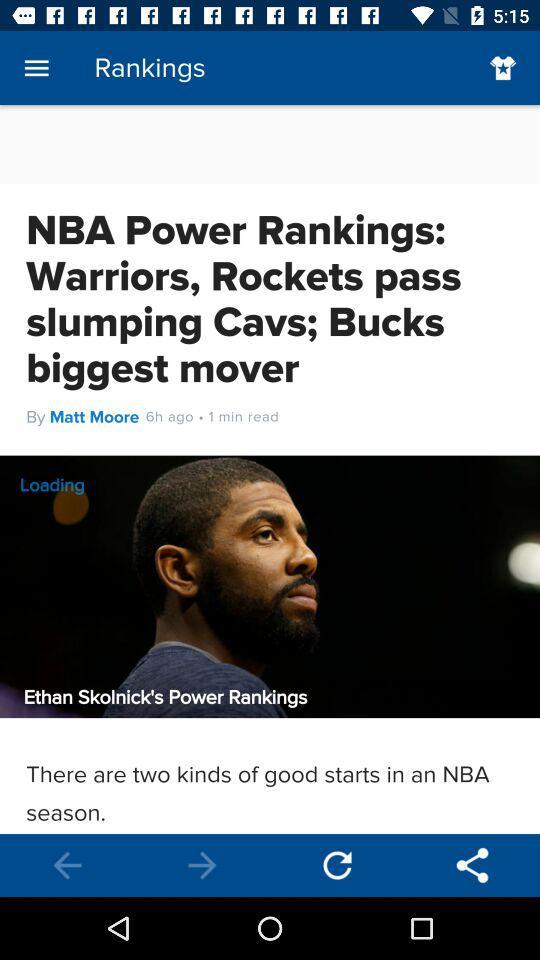 Image resolution: width=540 pixels, height=960 pixels. What do you see at coordinates (337, 864) in the screenshot?
I see `refresh the current page` at bounding box center [337, 864].